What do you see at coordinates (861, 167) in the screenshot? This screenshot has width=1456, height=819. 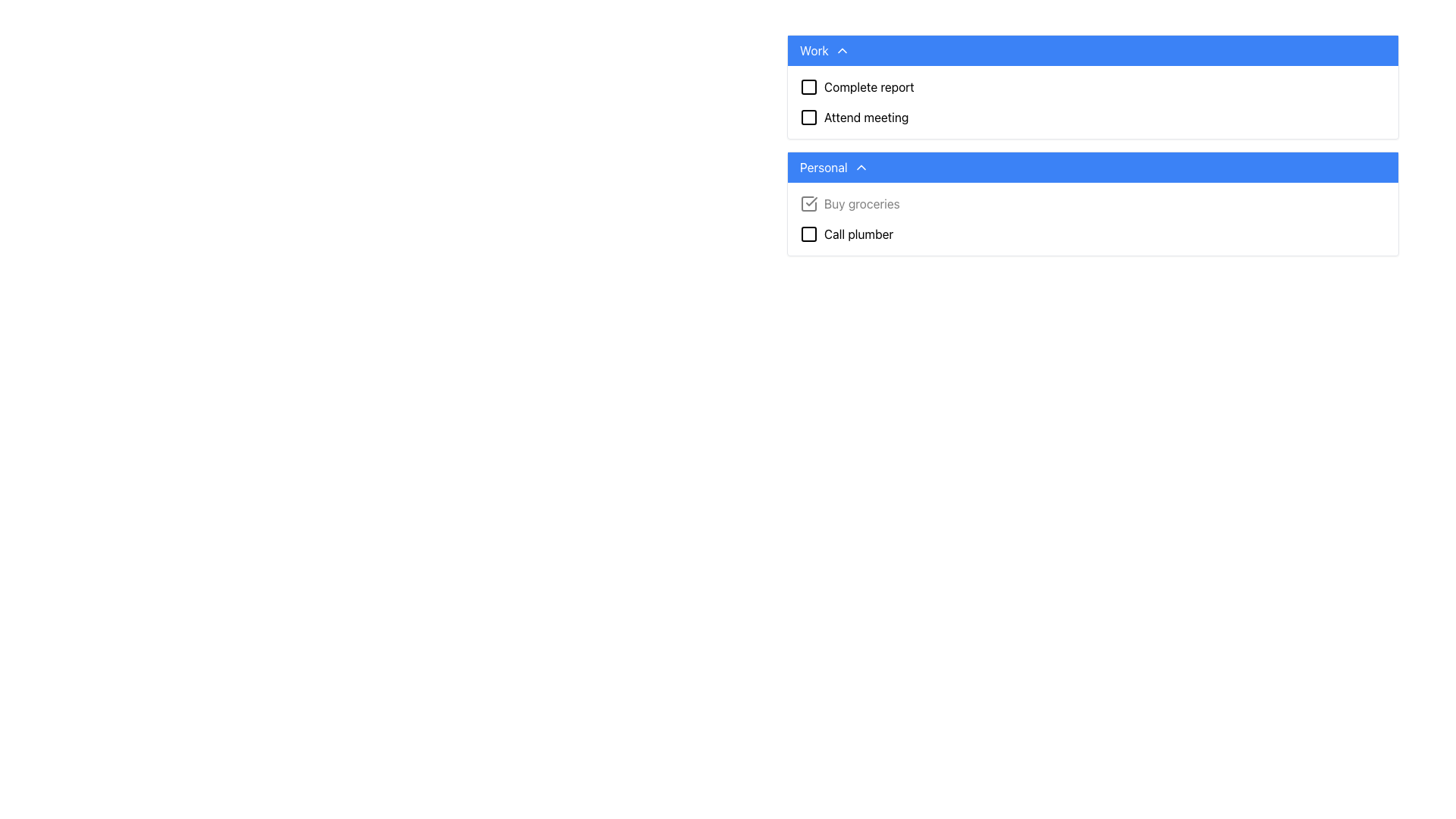 I see `the Chevron icon button located in the upper right portion of the 'Personal' header section` at bounding box center [861, 167].